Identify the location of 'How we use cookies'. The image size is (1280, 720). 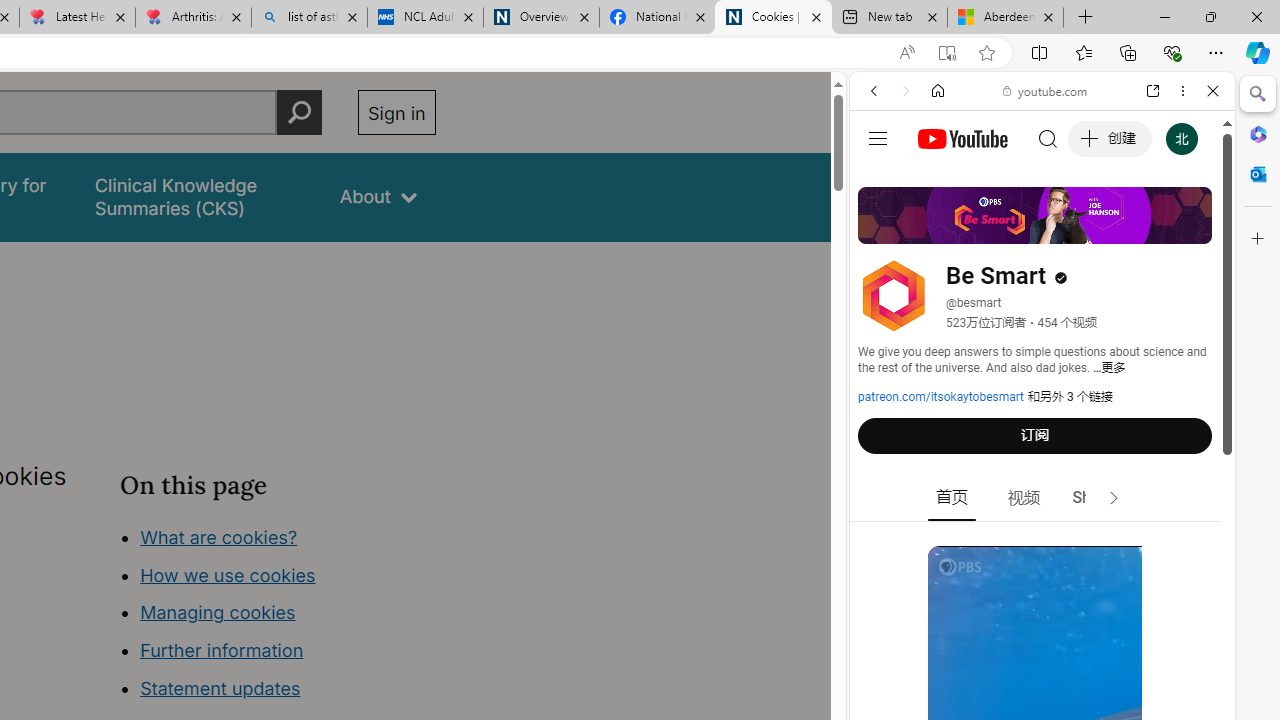
(227, 574).